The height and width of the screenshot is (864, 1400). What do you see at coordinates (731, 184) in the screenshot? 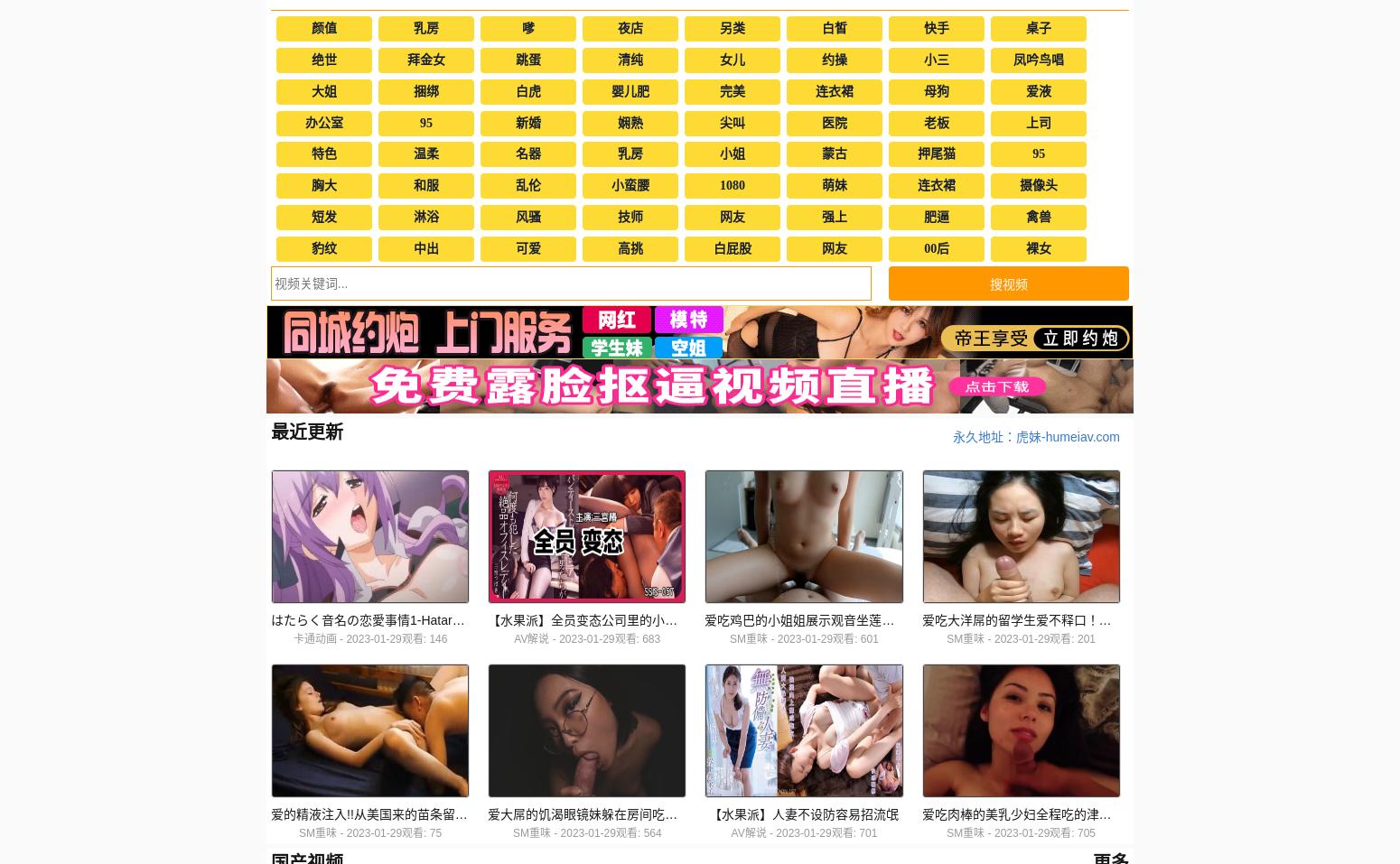
I see `'1080'` at bounding box center [731, 184].